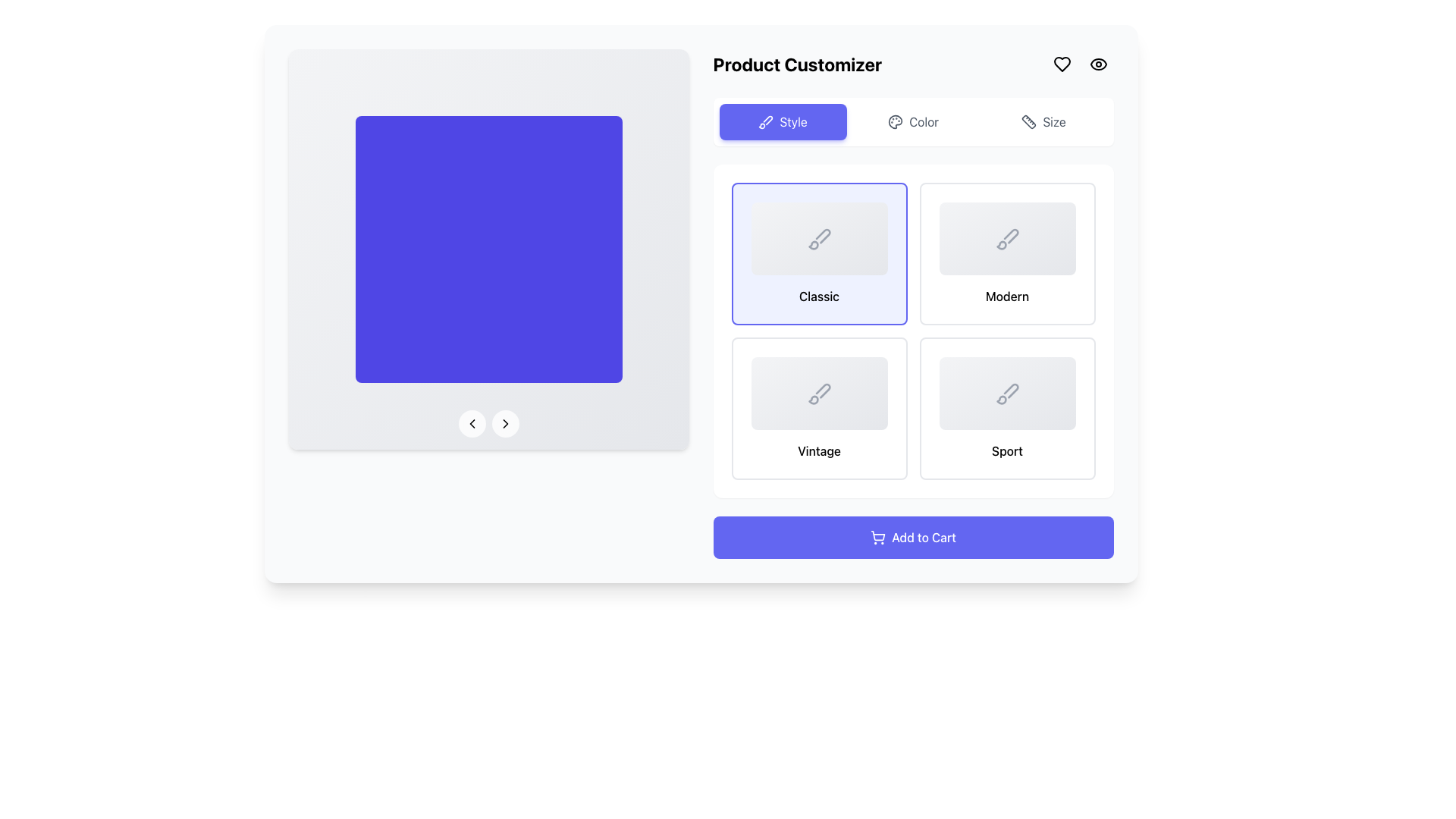  Describe the element at coordinates (1007, 393) in the screenshot. I see `the minimalistic brush icon with a gray outline located in the fourth card of the 2x2 grid in the 'Style' section of the product customizer interface` at that location.